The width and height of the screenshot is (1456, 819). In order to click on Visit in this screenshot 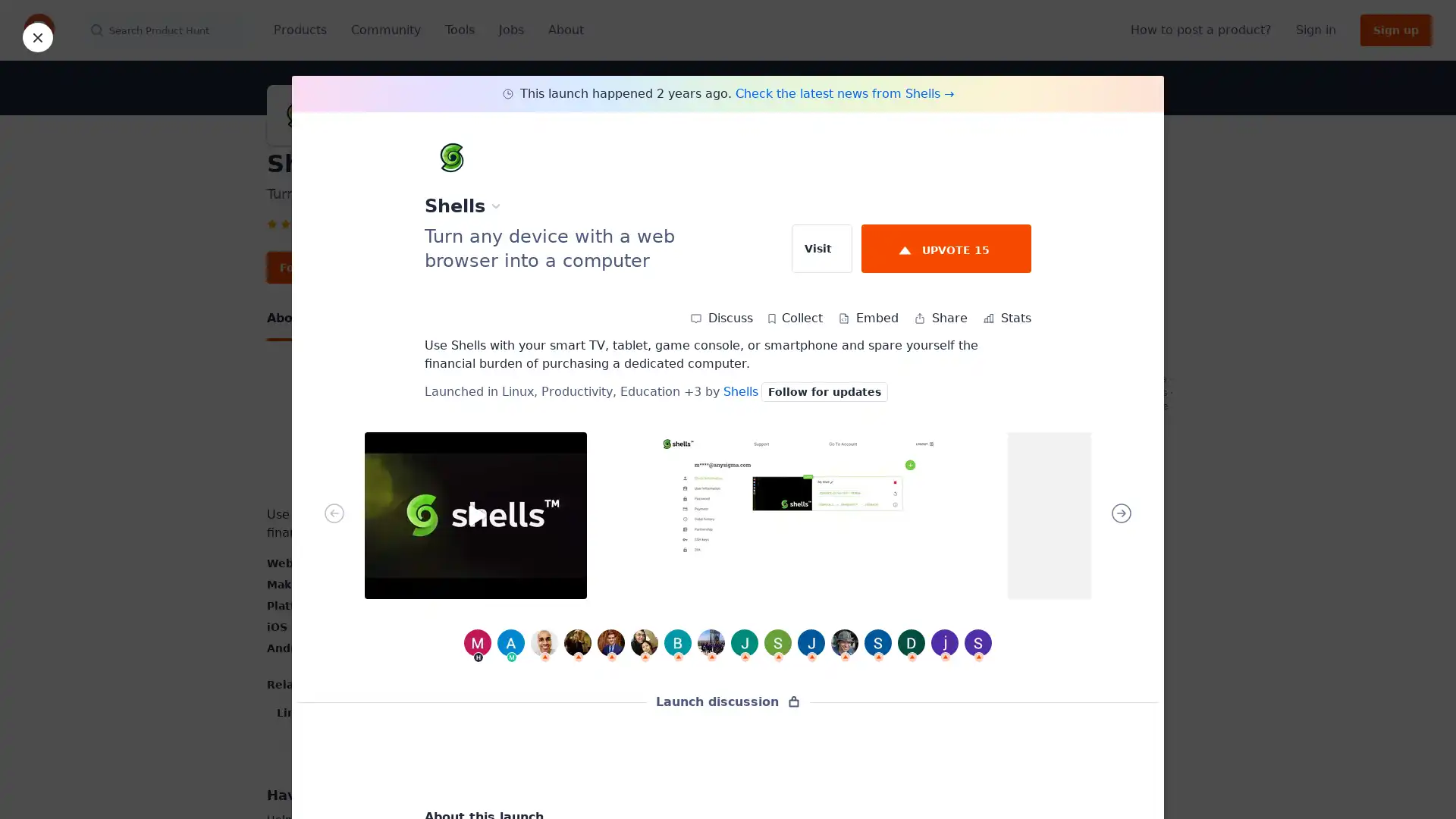, I will do `click(821, 247)`.